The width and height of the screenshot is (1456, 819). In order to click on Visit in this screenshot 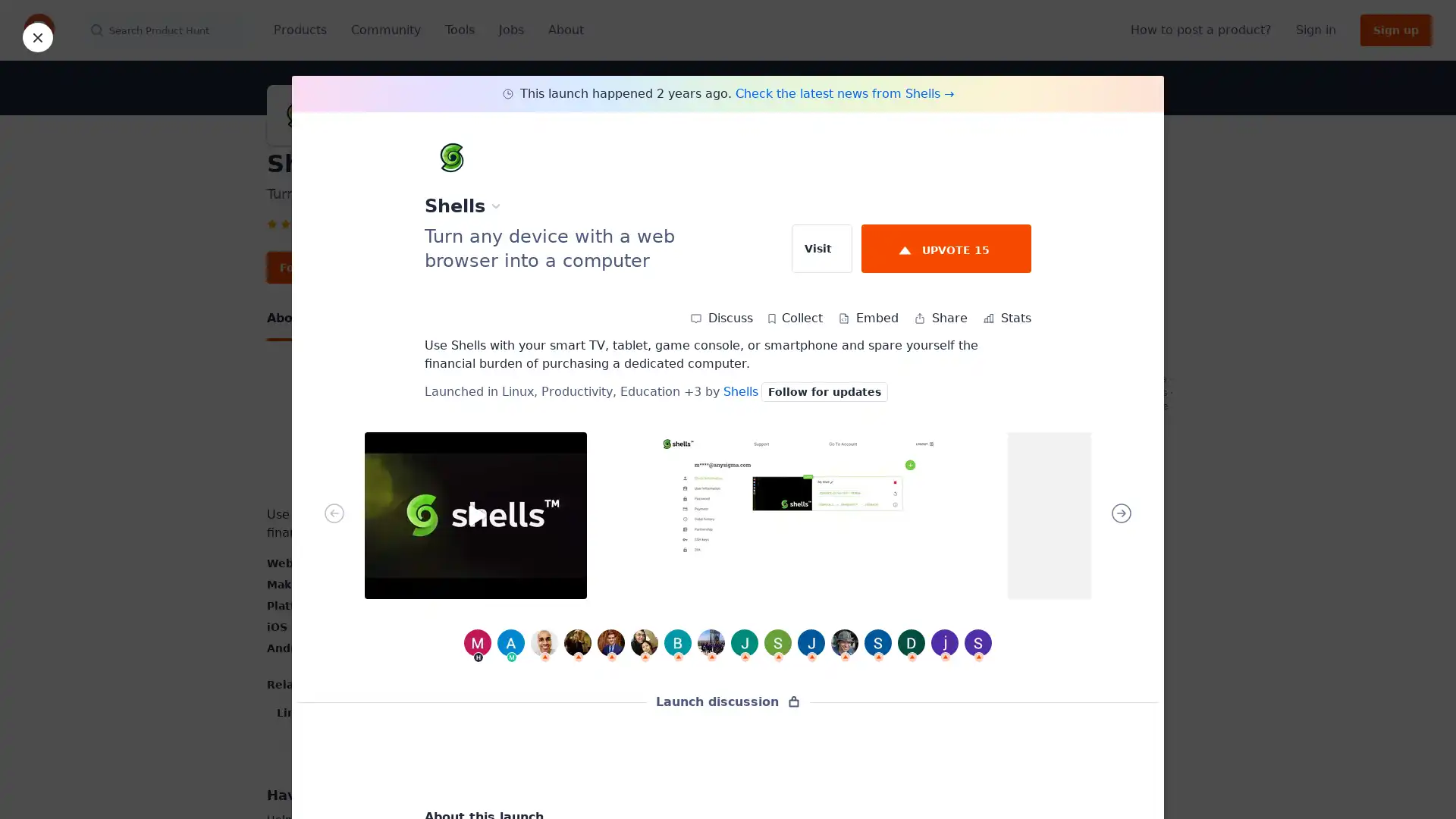, I will do `click(821, 247)`.